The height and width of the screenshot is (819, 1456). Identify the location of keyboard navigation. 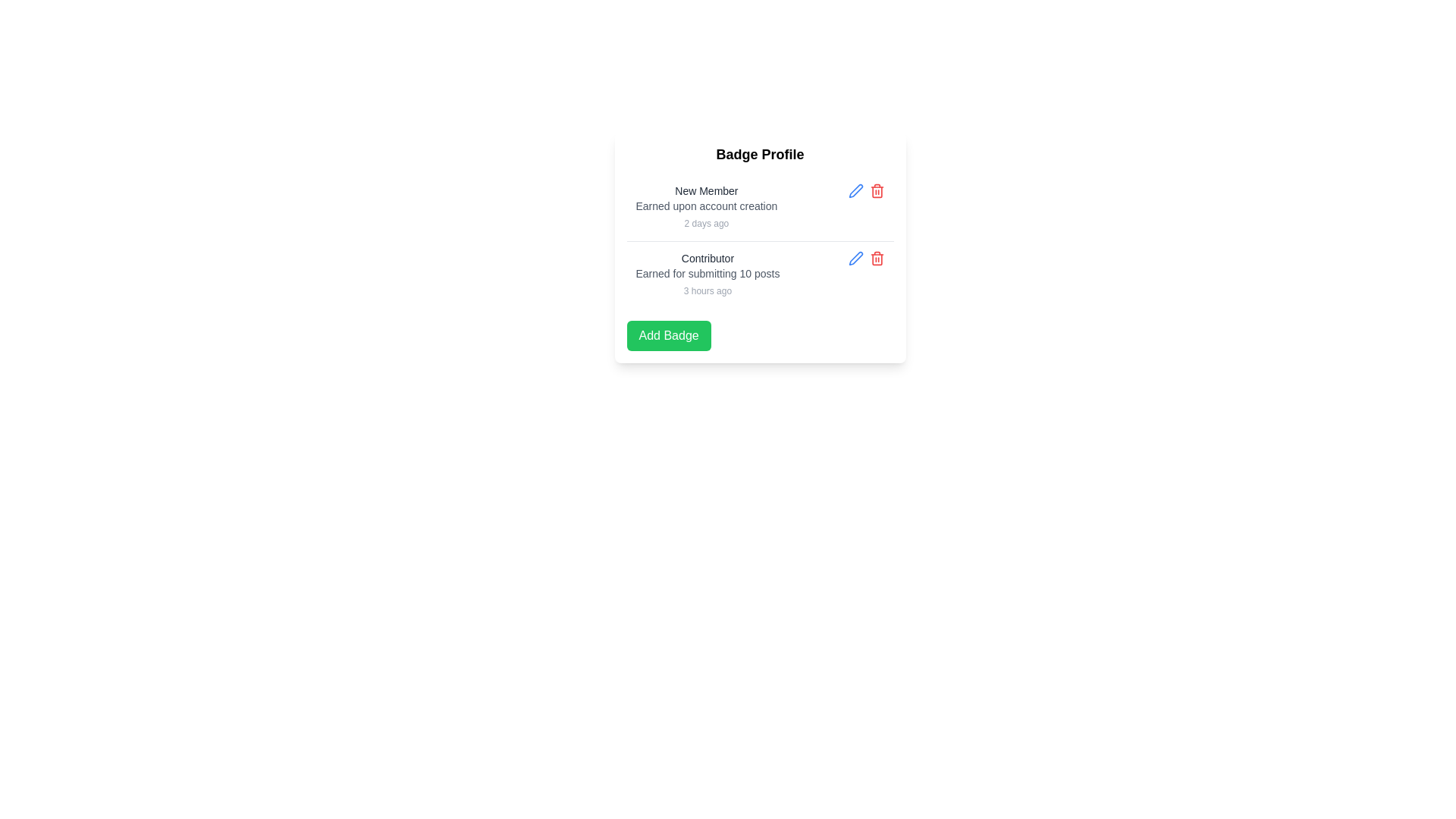
(855, 257).